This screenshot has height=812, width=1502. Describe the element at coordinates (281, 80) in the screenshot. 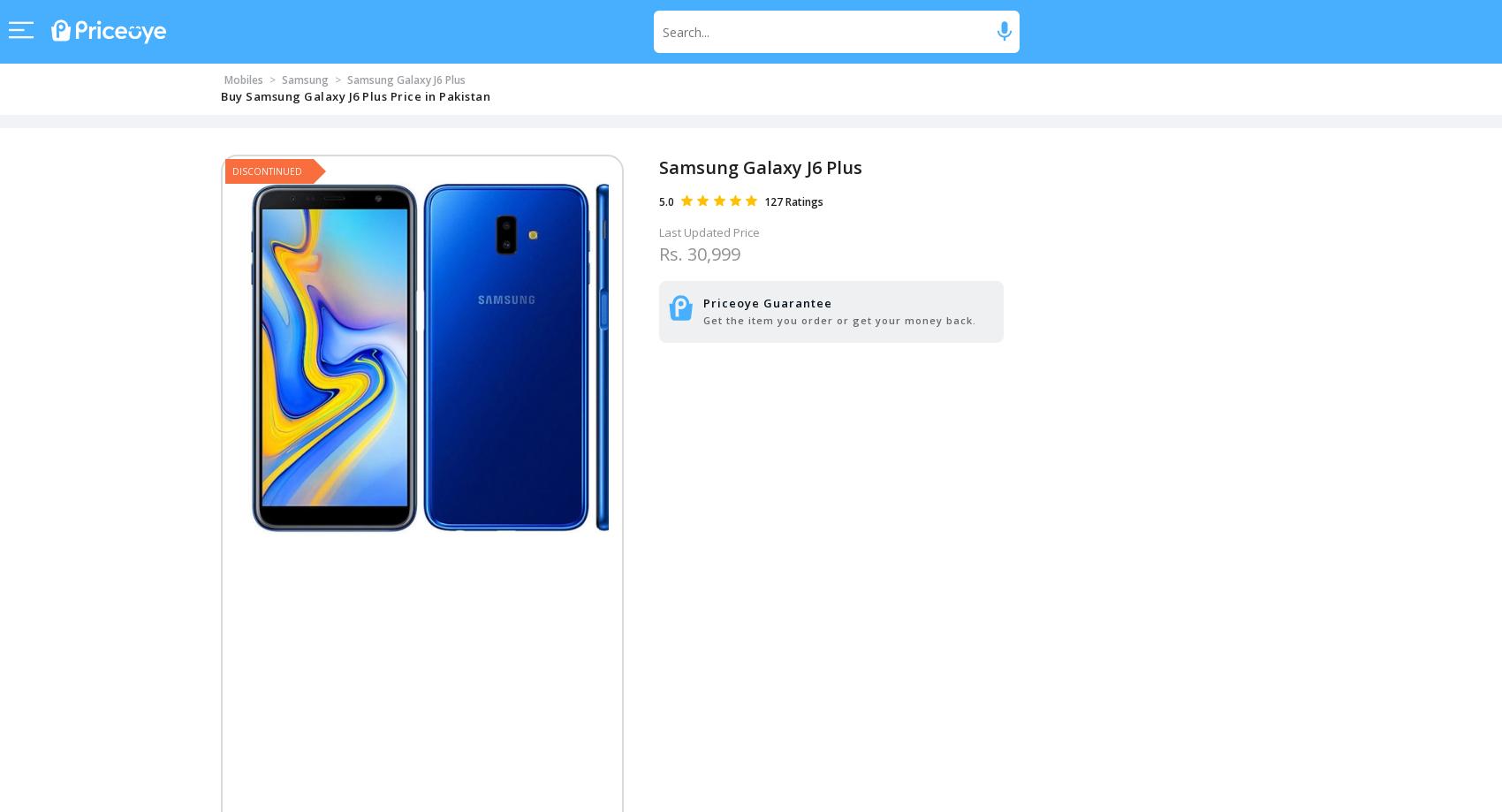

I see `'Samsung'` at that location.